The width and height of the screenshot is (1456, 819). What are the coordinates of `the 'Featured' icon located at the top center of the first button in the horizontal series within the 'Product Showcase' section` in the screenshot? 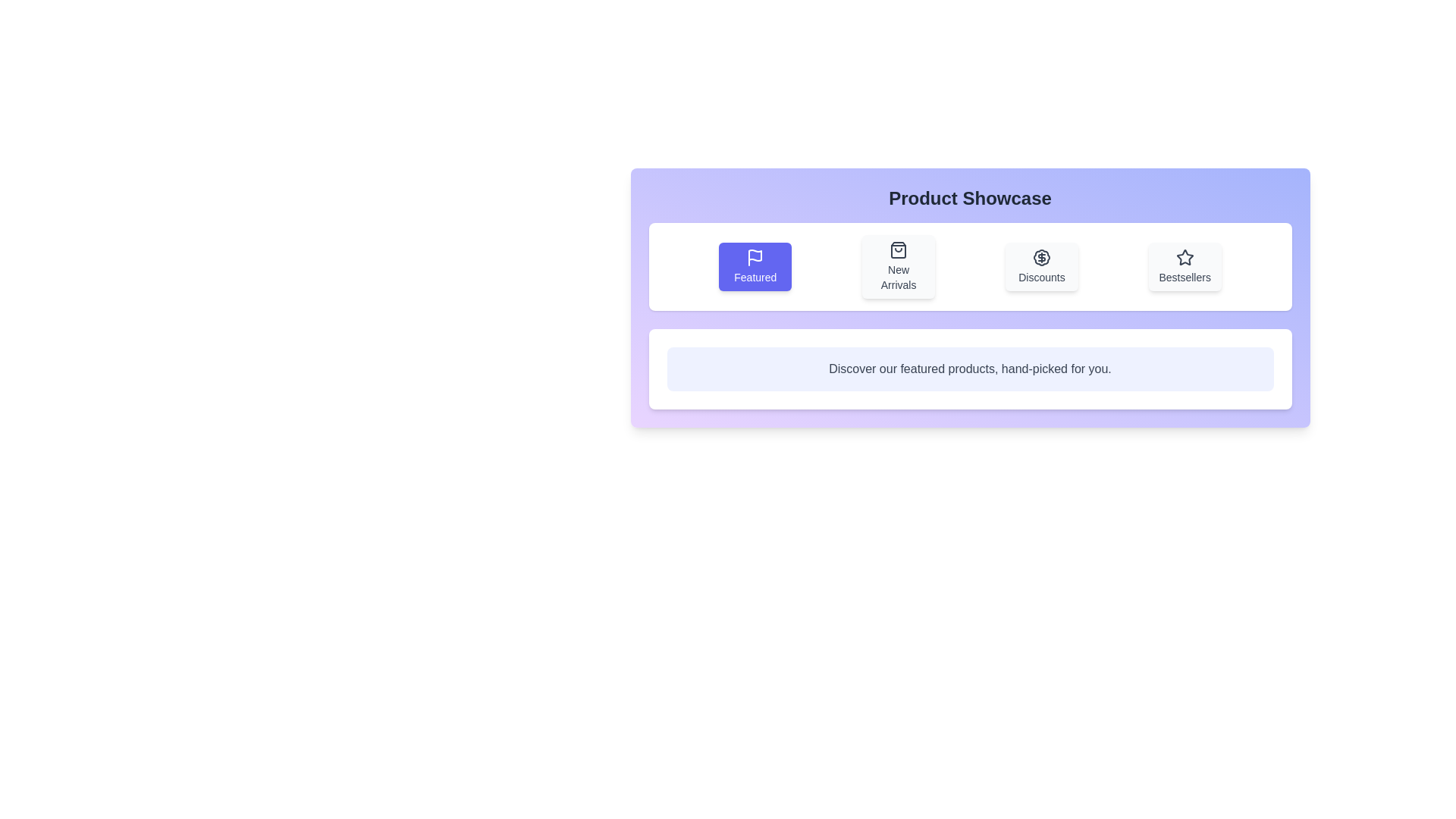 It's located at (755, 256).